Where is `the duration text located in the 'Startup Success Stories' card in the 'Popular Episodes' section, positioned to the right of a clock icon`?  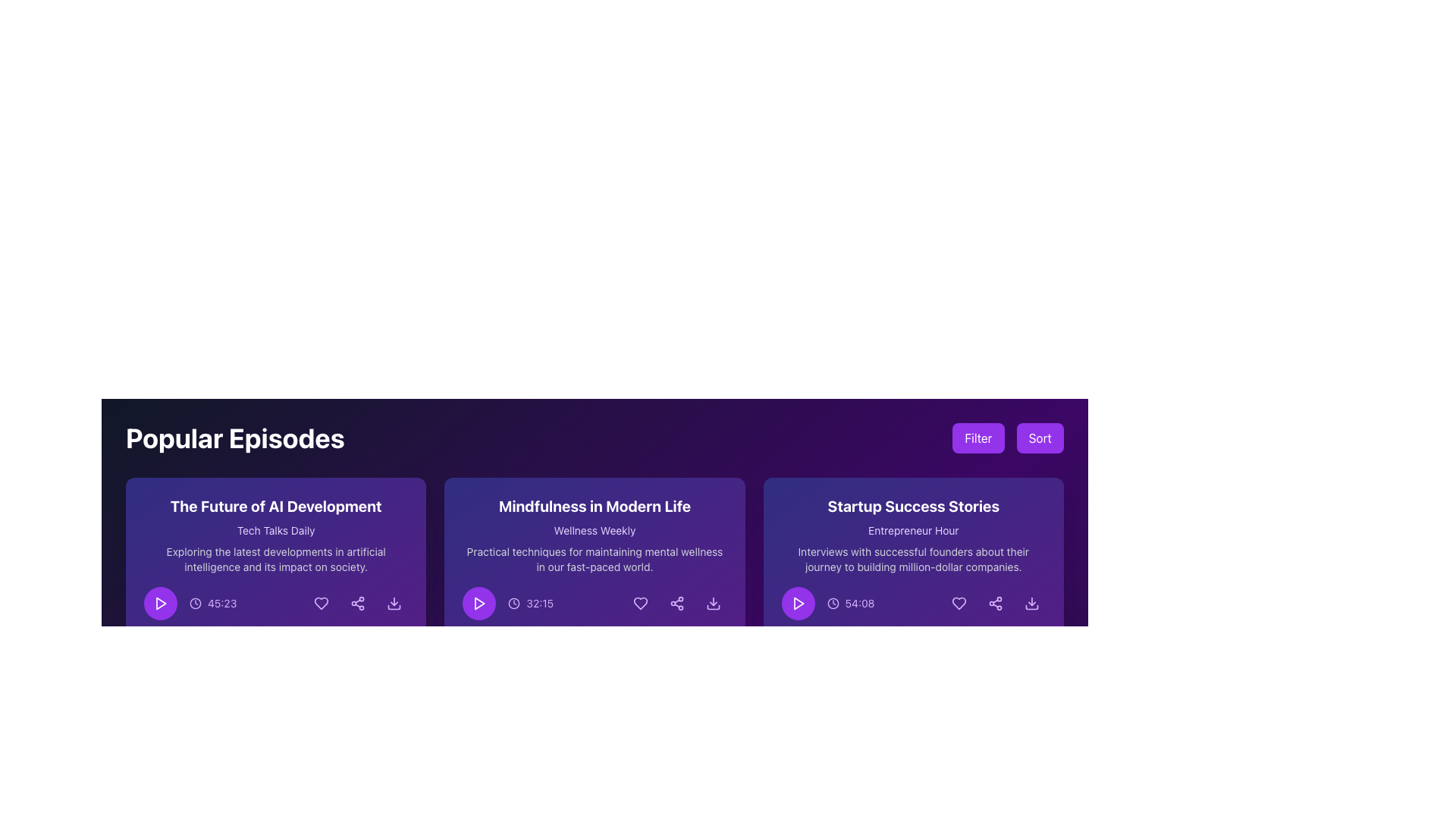
the duration text located in the 'Startup Success Stories' card in the 'Popular Episodes' section, positioned to the right of a clock icon is located at coordinates (860, 602).